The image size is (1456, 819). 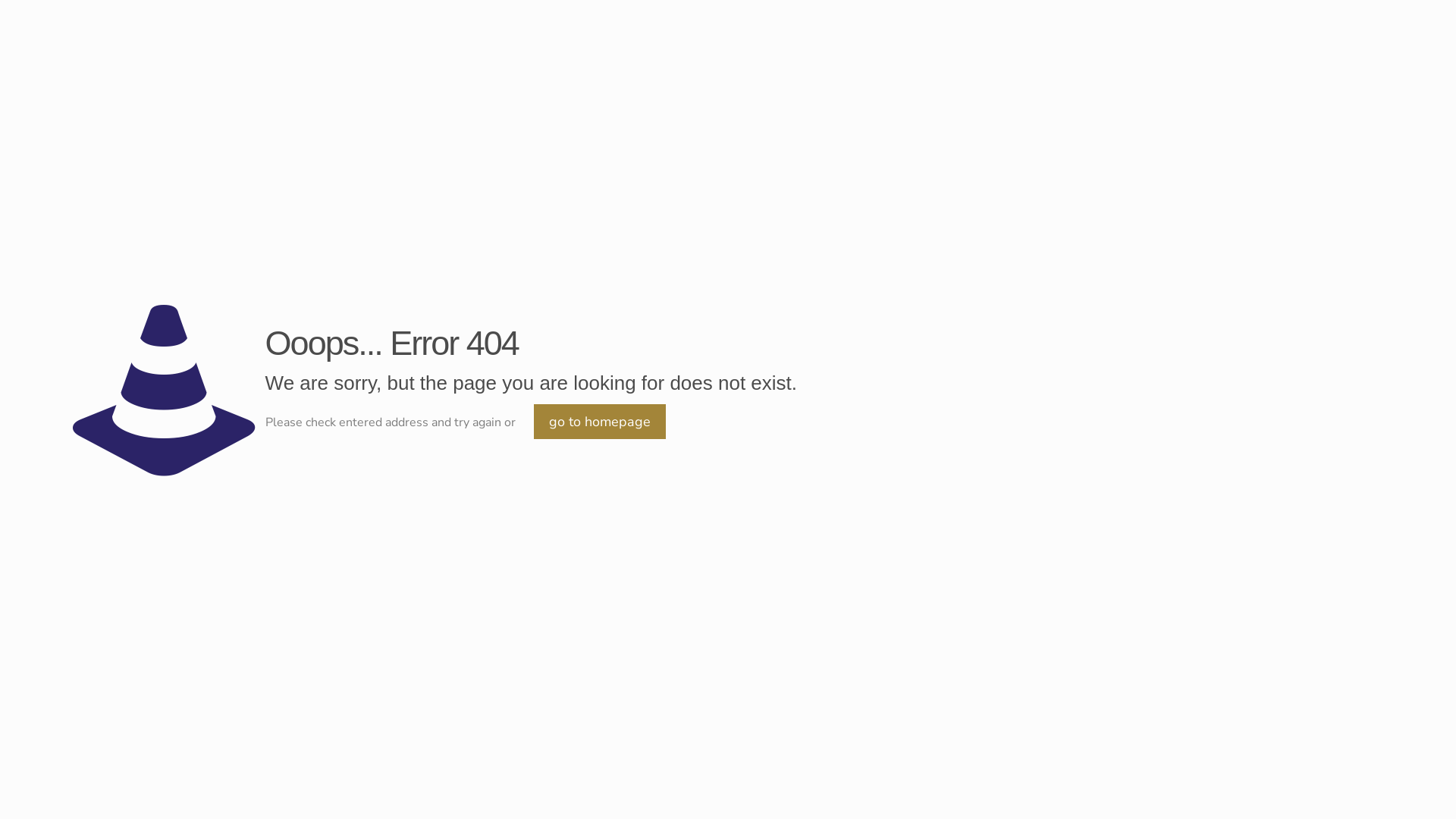 I want to click on 'go to homepage', so click(x=599, y=421).